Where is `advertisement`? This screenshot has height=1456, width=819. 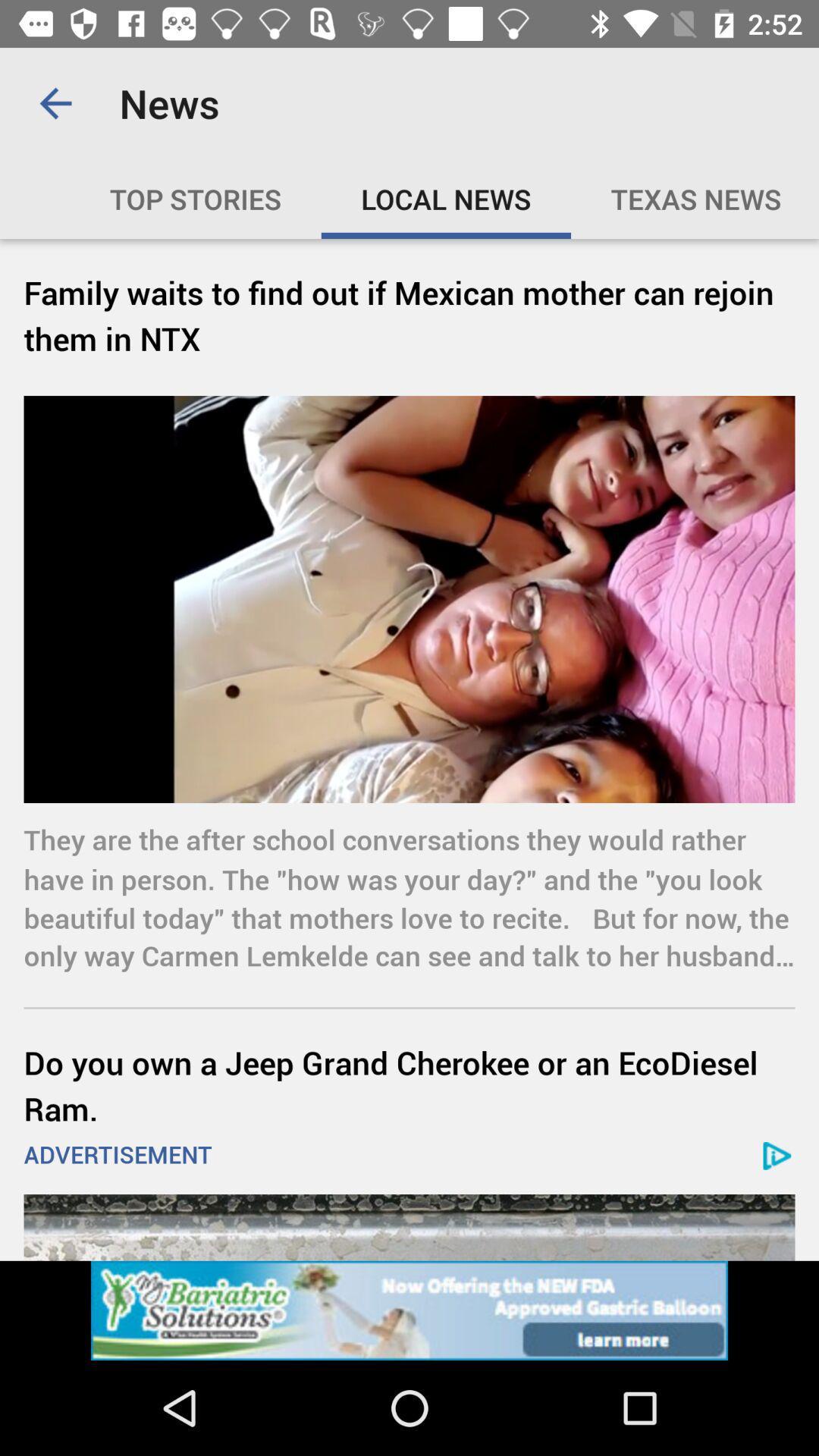 advertisement is located at coordinates (409, 1227).